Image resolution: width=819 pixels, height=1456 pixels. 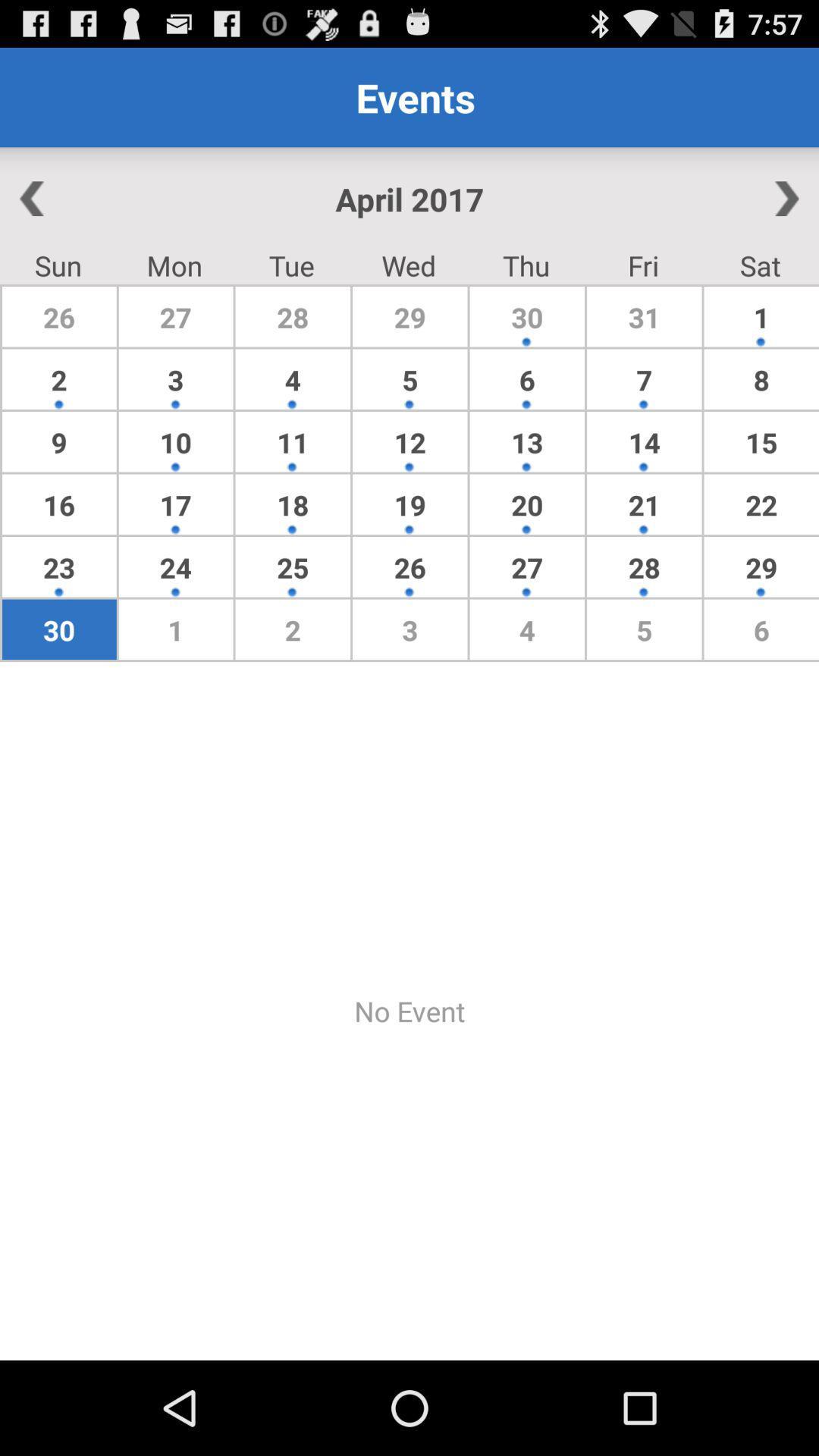 What do you see at coordinates (175, 566) in the screenshot?
I see `the item below 16` at bounding box center [175, 566].